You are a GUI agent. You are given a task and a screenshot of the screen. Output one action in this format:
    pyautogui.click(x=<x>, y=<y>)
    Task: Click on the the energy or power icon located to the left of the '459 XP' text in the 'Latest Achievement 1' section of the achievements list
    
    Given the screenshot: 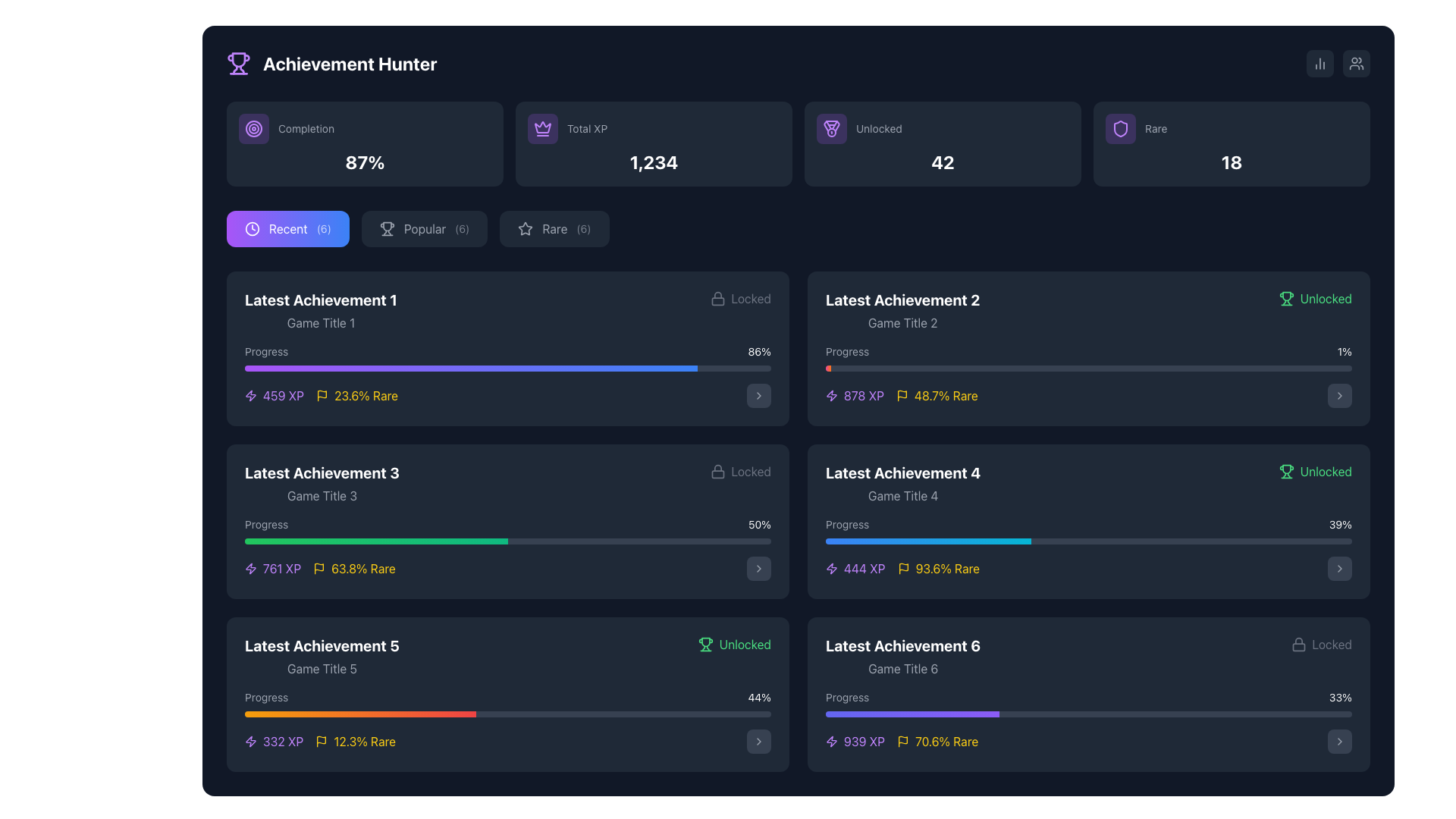 What is the action you would take?
    pyautogui.click(x=251, y=394)
    